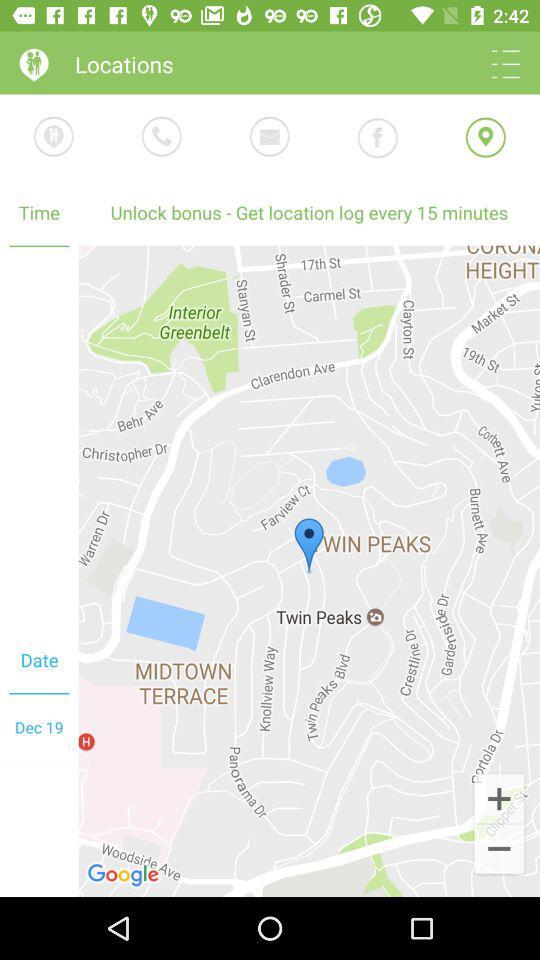 The width and height of the screenshot is (540, 960). What do you see at coordinates (504, 64) in the screenshot?
I see `open options menu` at bounding box center [504, 64].